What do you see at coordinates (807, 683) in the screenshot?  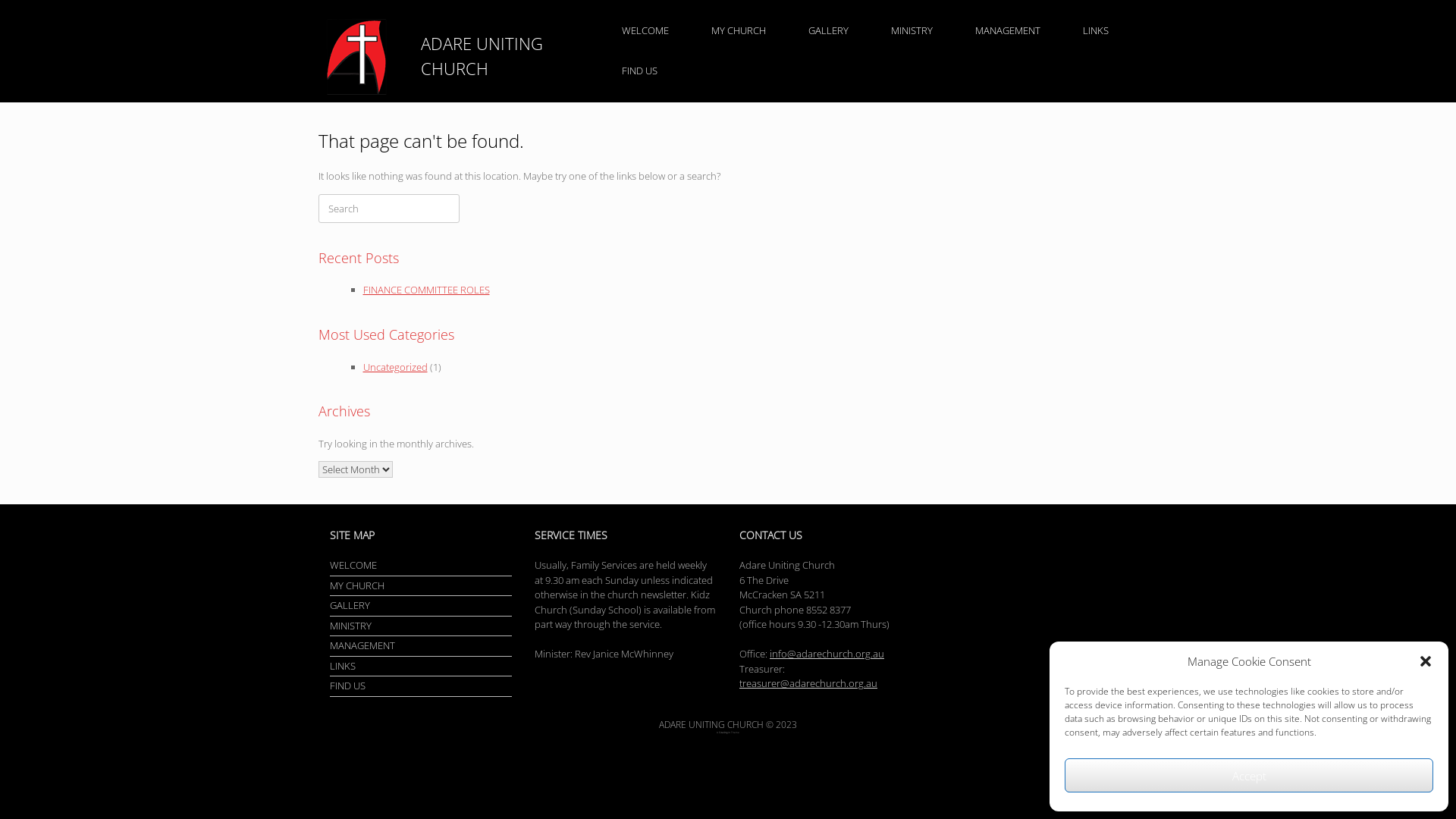 I see `'treasurer@adarechurch.org.au'` at bounding box center [807, 683].